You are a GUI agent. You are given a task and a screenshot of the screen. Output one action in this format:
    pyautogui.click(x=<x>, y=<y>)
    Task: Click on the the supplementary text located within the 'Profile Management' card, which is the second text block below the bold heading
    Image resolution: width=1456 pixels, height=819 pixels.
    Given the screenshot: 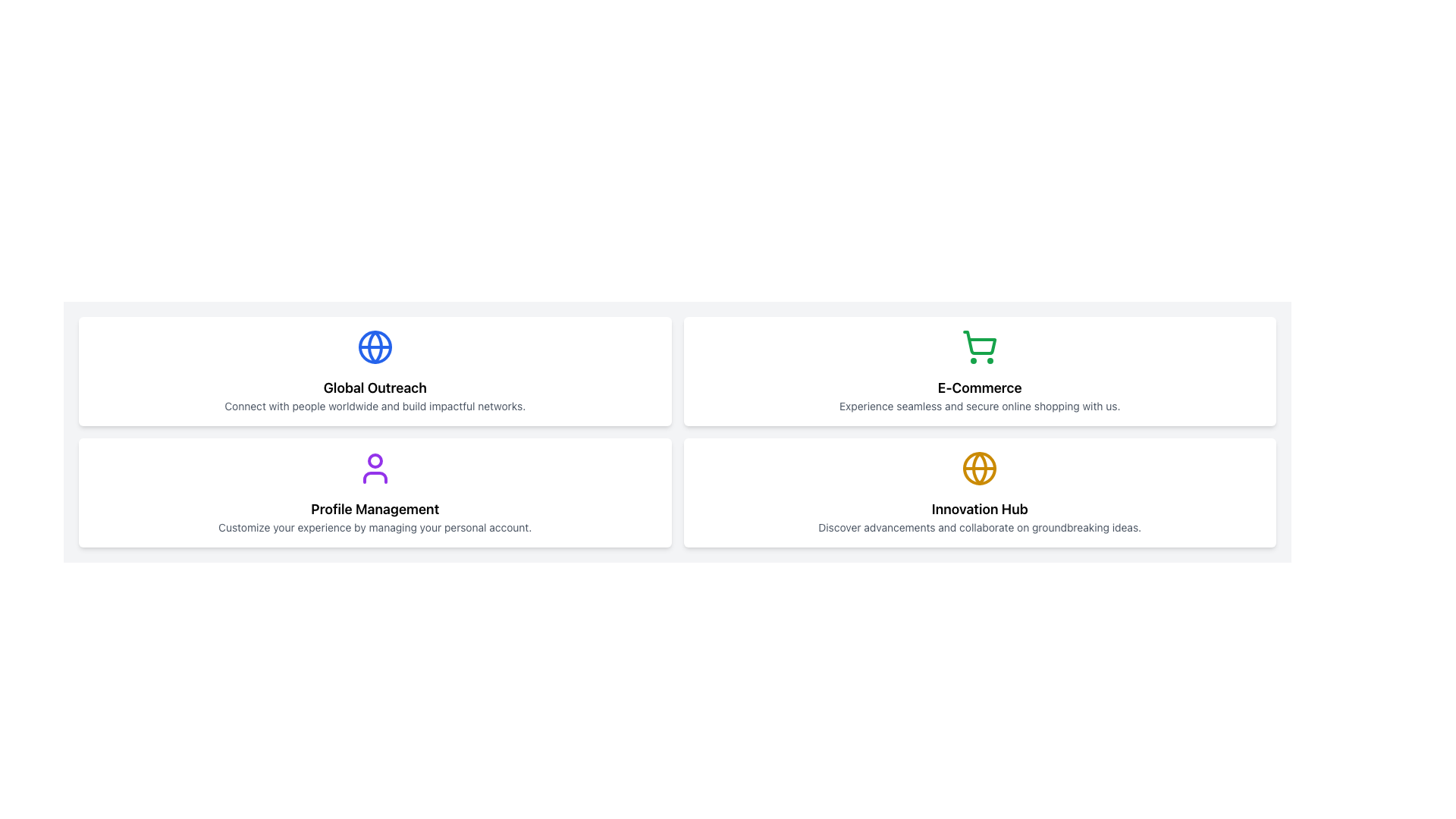 What is the action you would take?
    pyautogui.click(x=375, y=526)
    